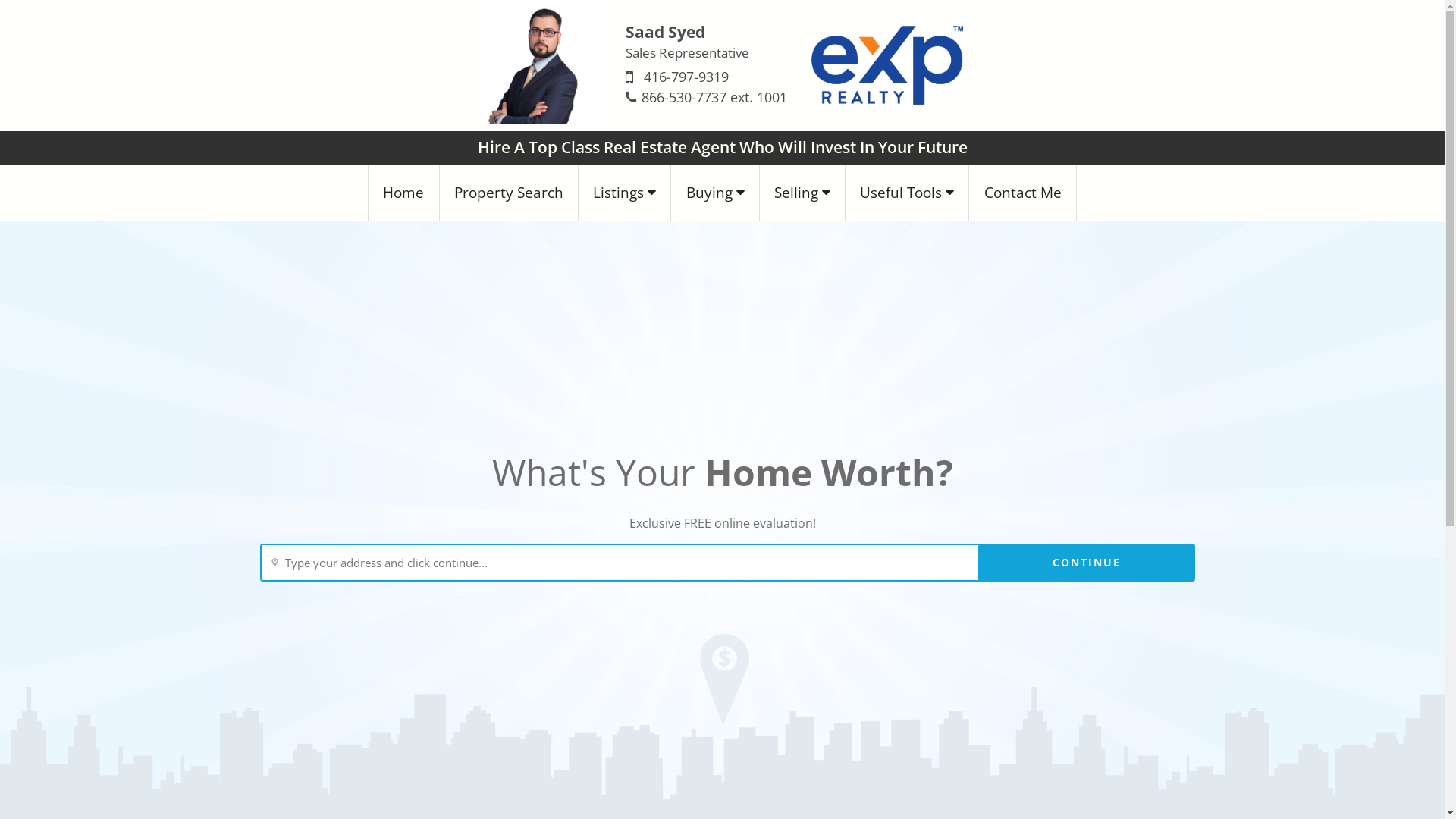 Image resolution: width=1456 pixels, height=819 pixels. Describe the element at coordinates (403, 192) in the screenshot. I see `'Home'` at that location.